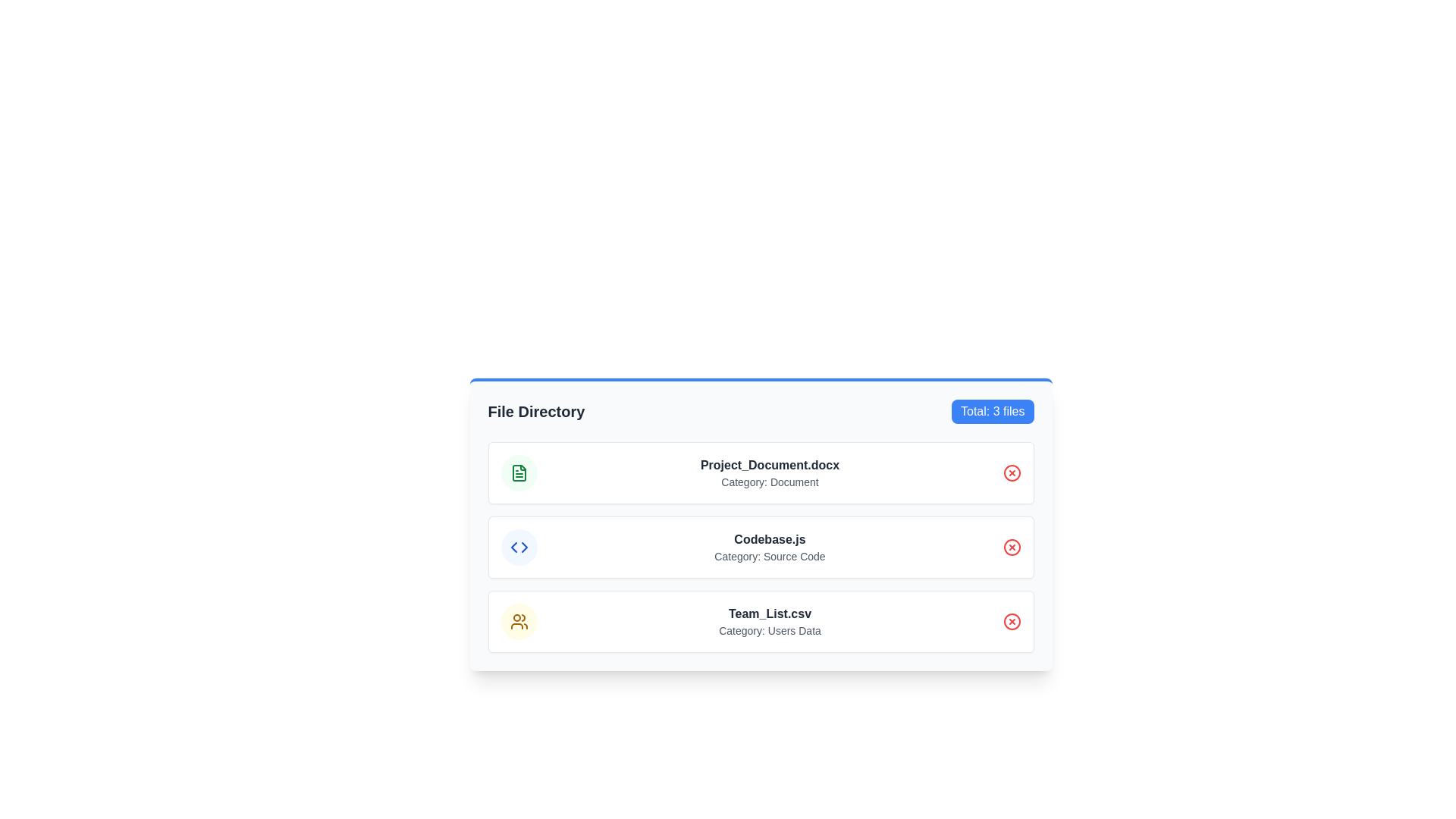 This screenshot has width=1456, height=819. I want to click on text label that describes the category of the file 'Team_List.csv', located at the bottom of the card beneath the file name and next to a circular icon, so click(770, 631).